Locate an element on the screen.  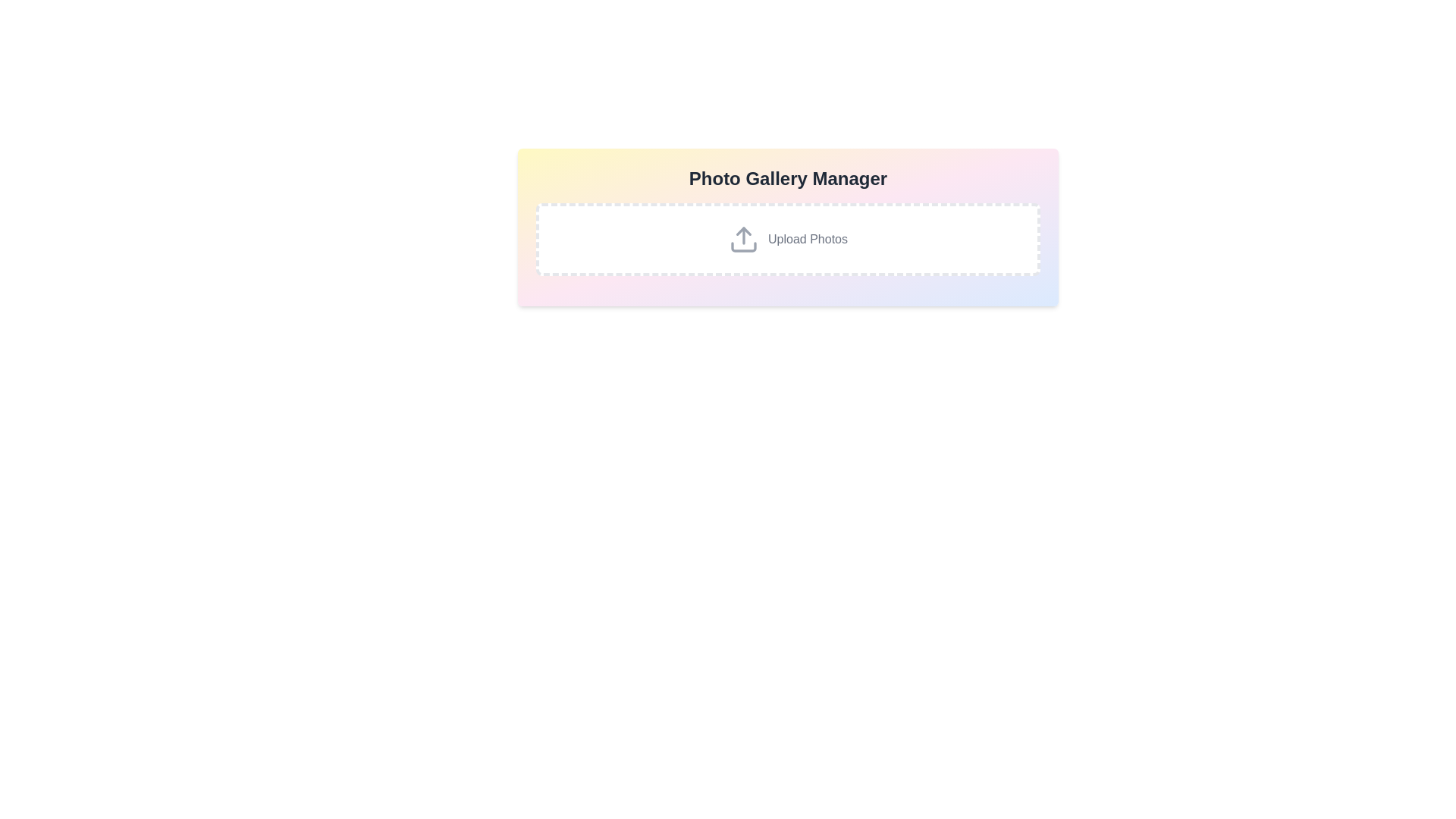
the triangular SVG component that is part of the upload icon, which is colored gray and points upwards is located at coordinates (743, 231).